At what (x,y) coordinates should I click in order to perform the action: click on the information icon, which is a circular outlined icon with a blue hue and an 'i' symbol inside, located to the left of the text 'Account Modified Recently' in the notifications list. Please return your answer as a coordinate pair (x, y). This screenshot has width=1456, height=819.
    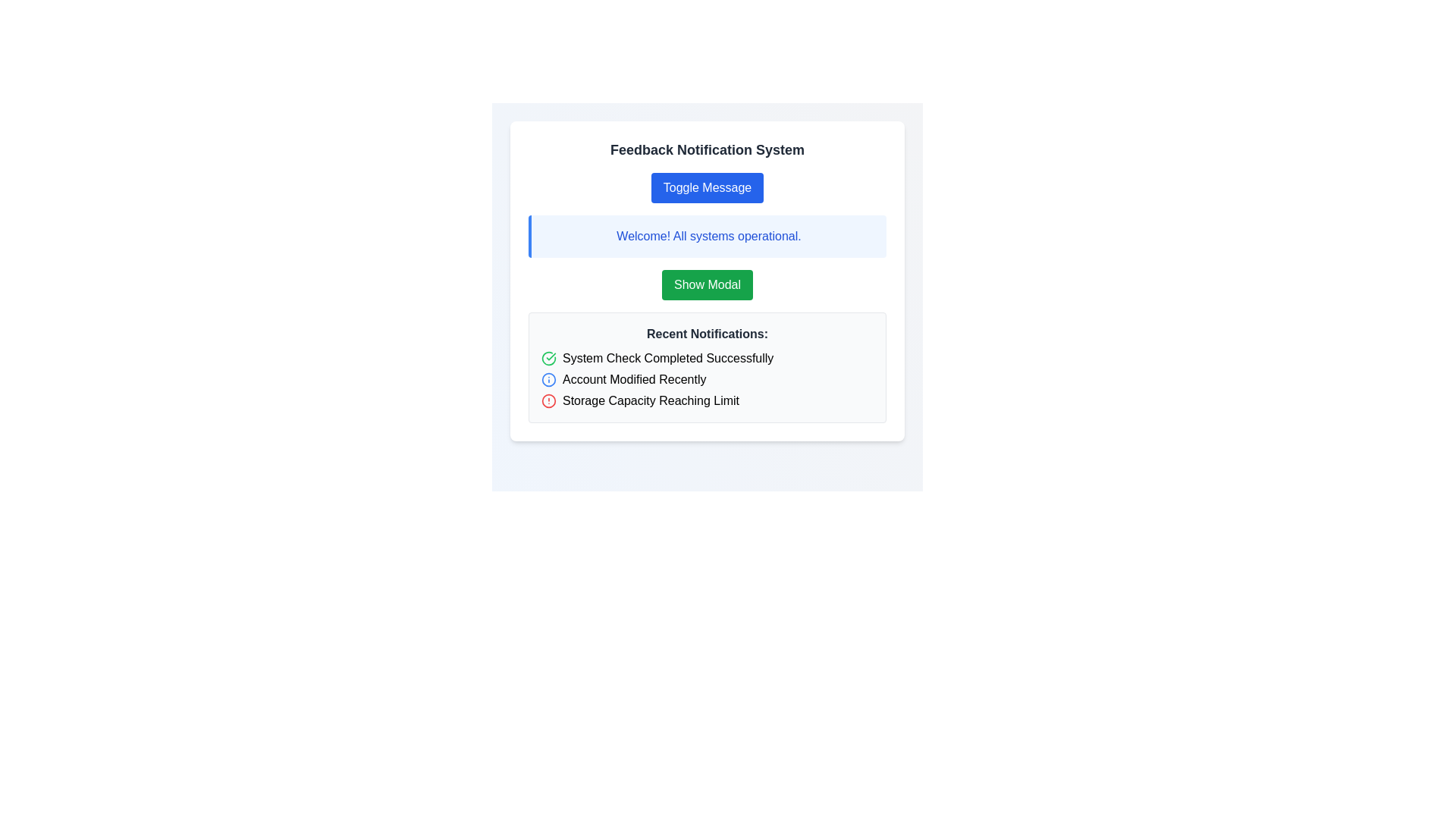
    Looking at the image, I should click on (548, 379).